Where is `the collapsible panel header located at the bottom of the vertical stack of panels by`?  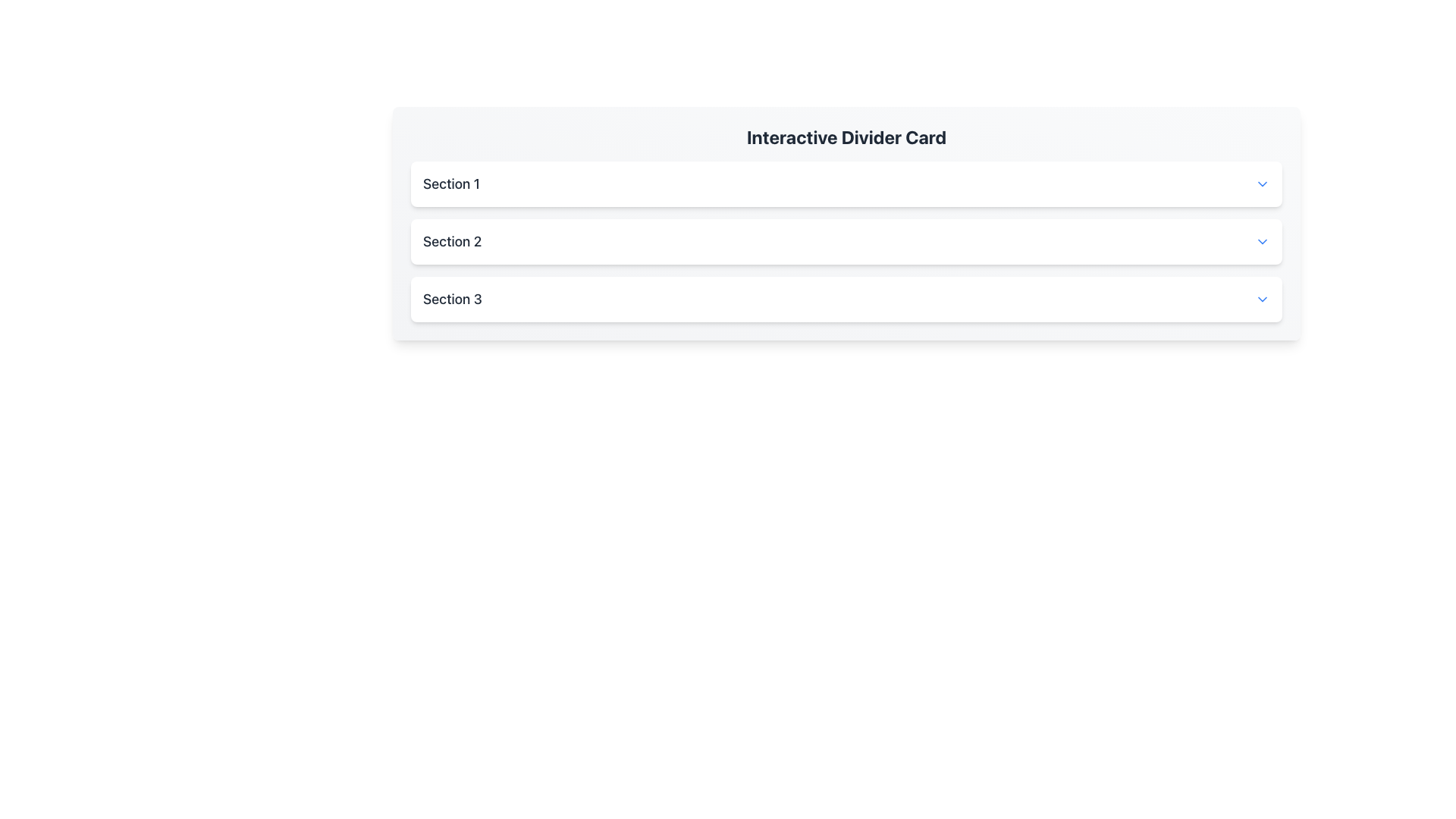 the collapsible panel header located at the bottom of the vertical stack of panels by is located at coordinates (846, 299).